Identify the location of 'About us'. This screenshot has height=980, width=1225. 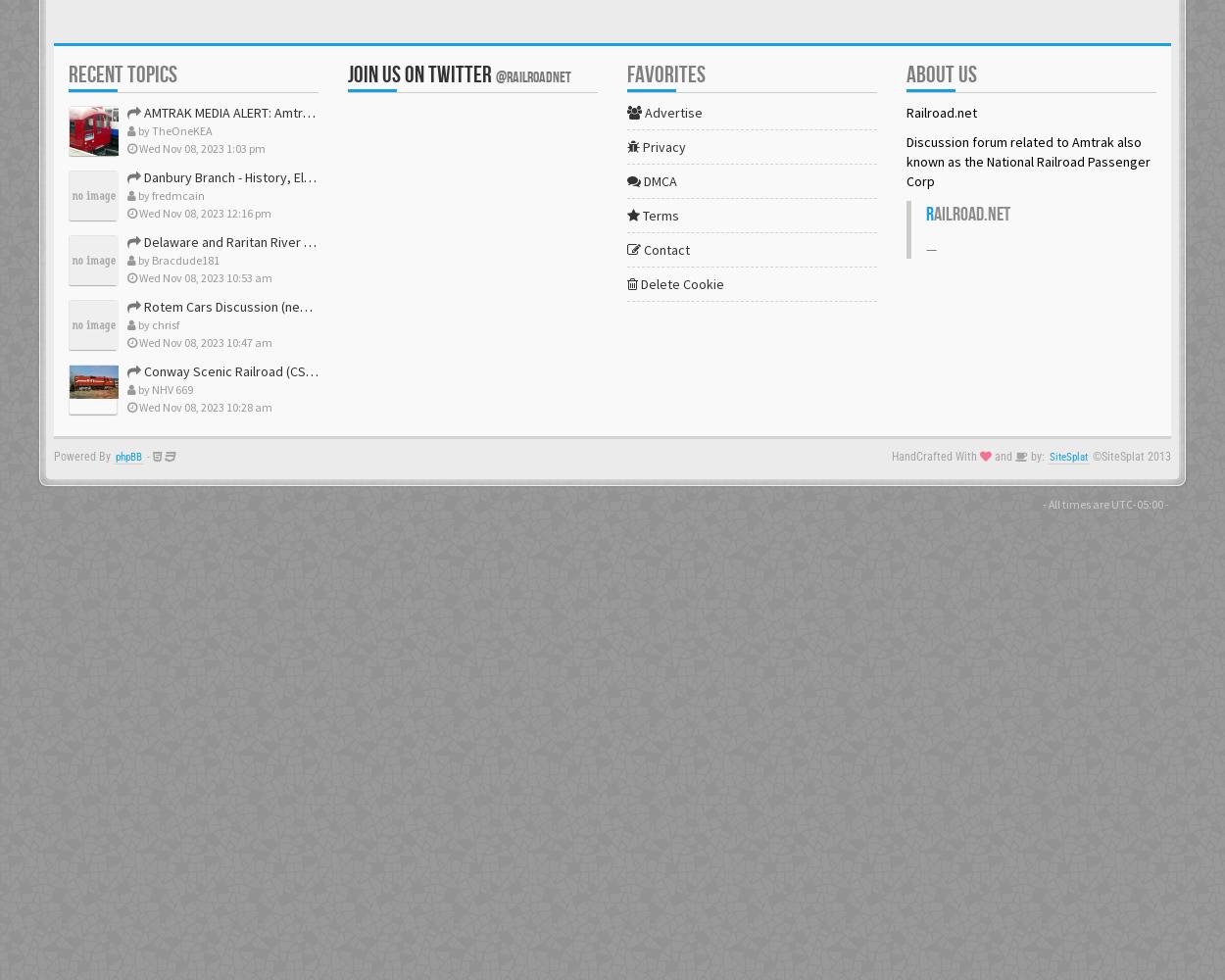
(941, 73).